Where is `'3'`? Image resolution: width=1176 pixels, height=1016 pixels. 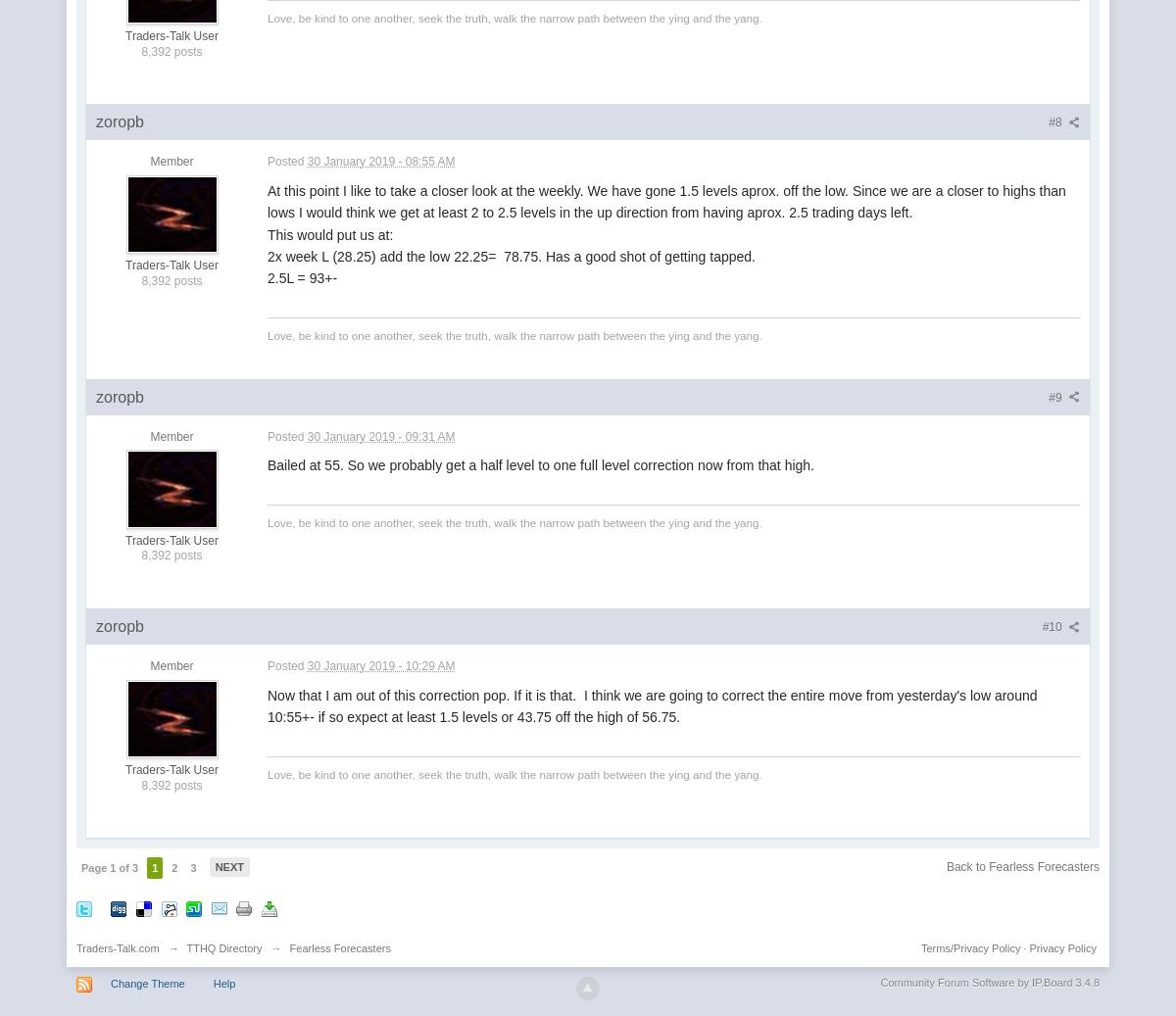 '3' is located at coordinates (192, 868).